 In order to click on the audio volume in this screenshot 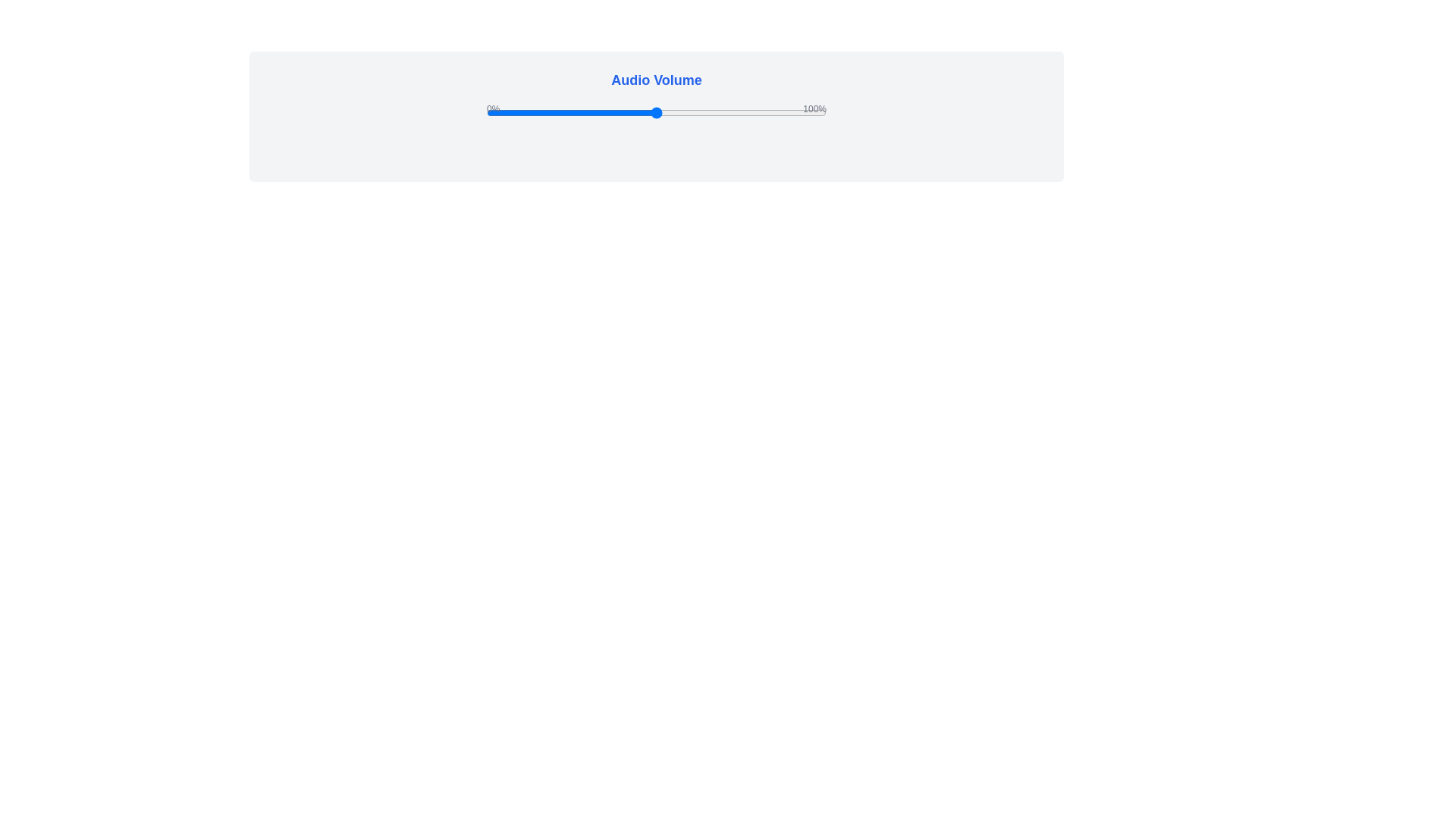, I will do `click(673, 112)`.